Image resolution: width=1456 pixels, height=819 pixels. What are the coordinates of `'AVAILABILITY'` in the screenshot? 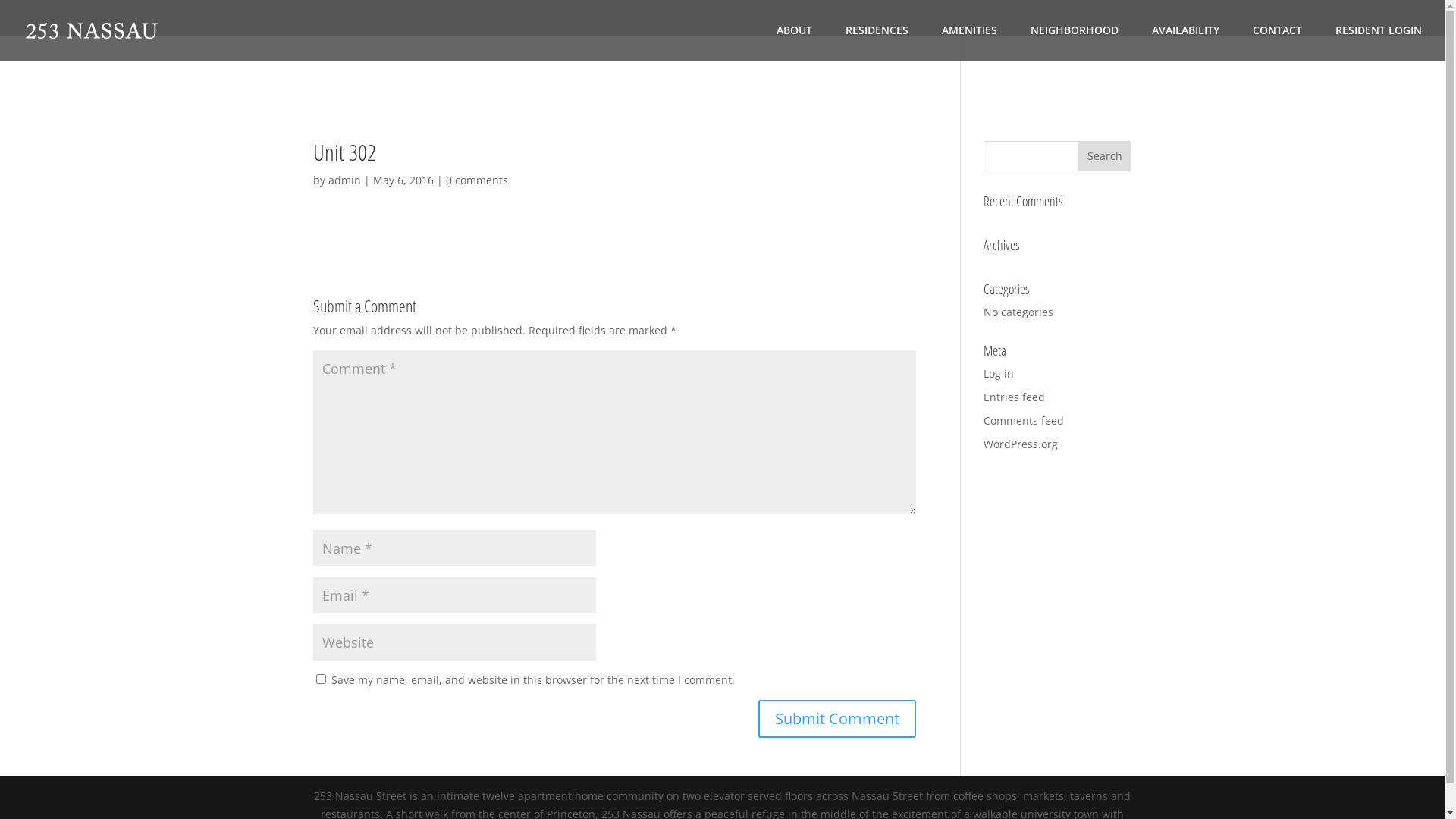 It's located at (1185, 42).